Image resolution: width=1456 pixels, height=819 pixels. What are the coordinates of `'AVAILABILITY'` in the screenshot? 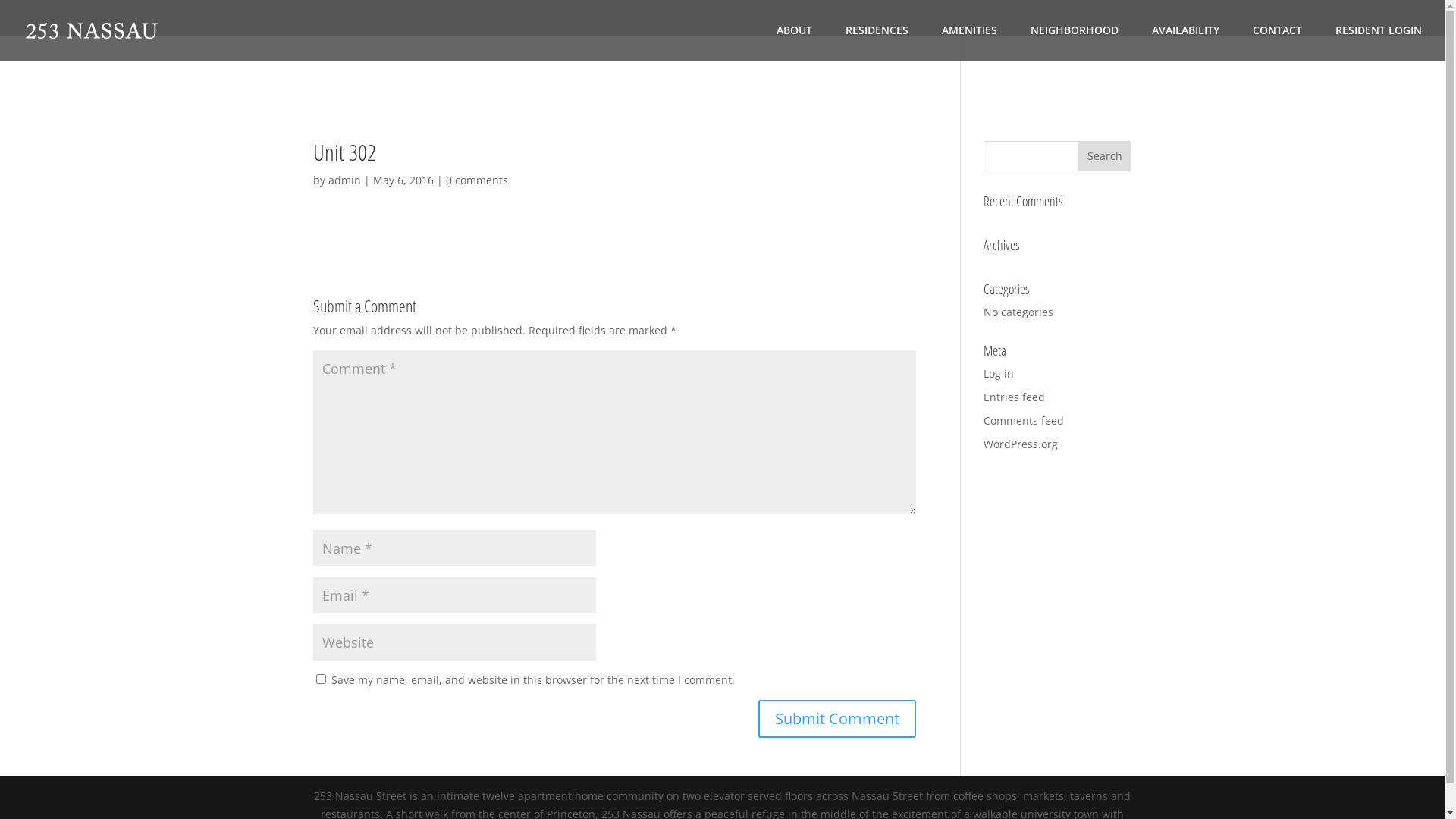 It's located at (1185, 42).